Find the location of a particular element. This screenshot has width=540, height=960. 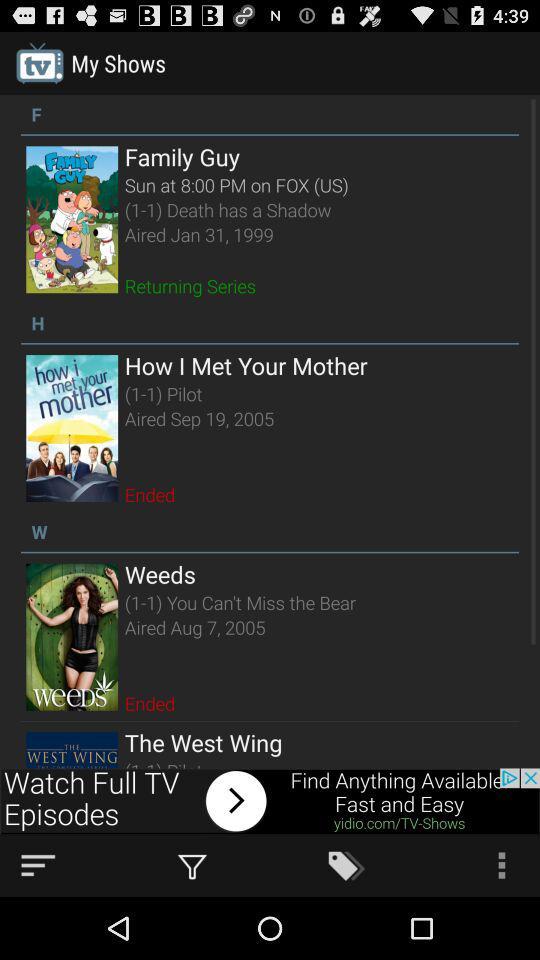

next option is located at coordinates (270, 801).